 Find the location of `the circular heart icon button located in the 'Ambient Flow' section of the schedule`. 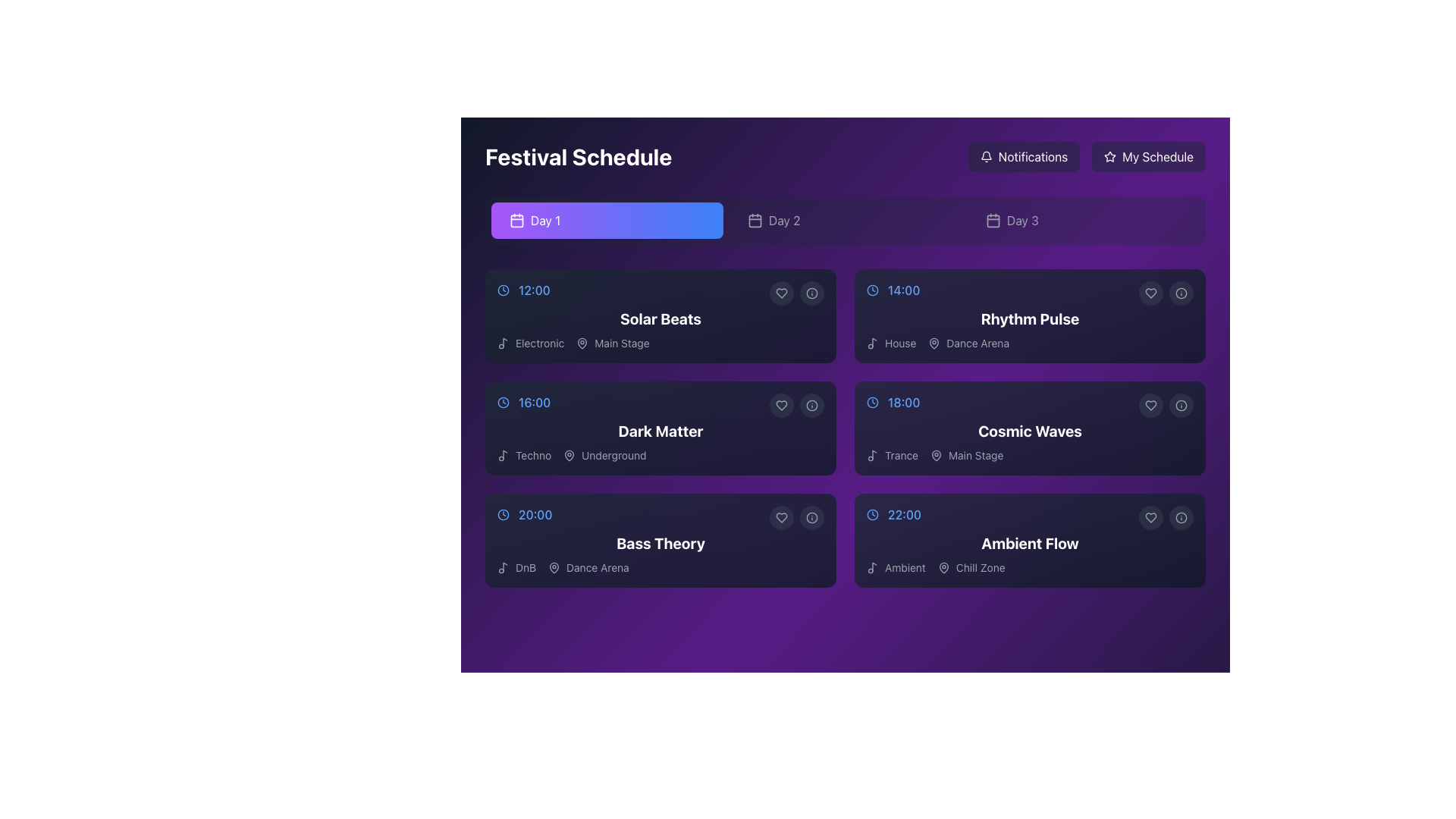

the circular heart icon button located in the 'Ambient Flow' section of the schedule is located at coordinates (1150, 516).